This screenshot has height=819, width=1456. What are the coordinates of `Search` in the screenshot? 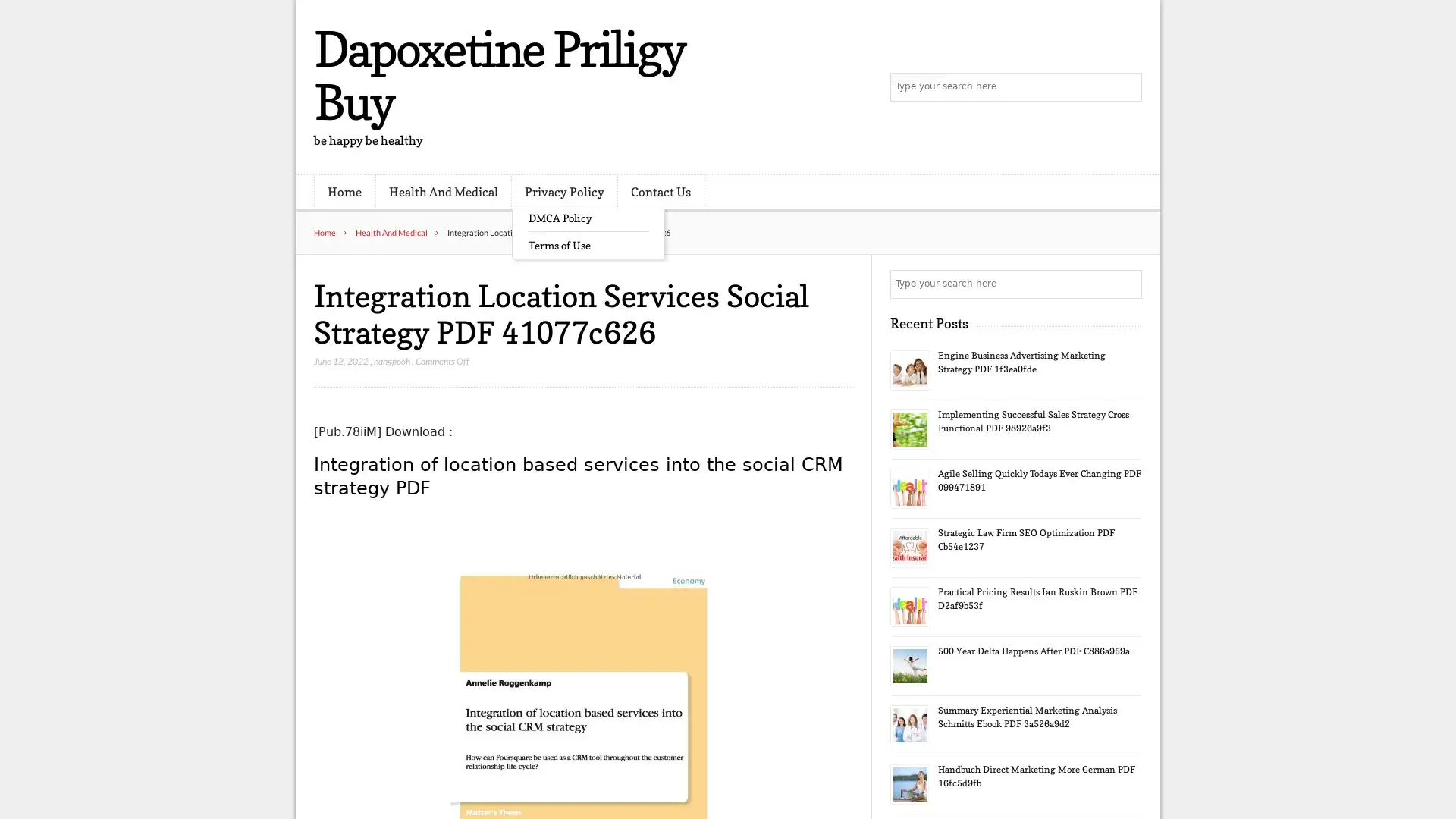 It's located at (1126, 284).